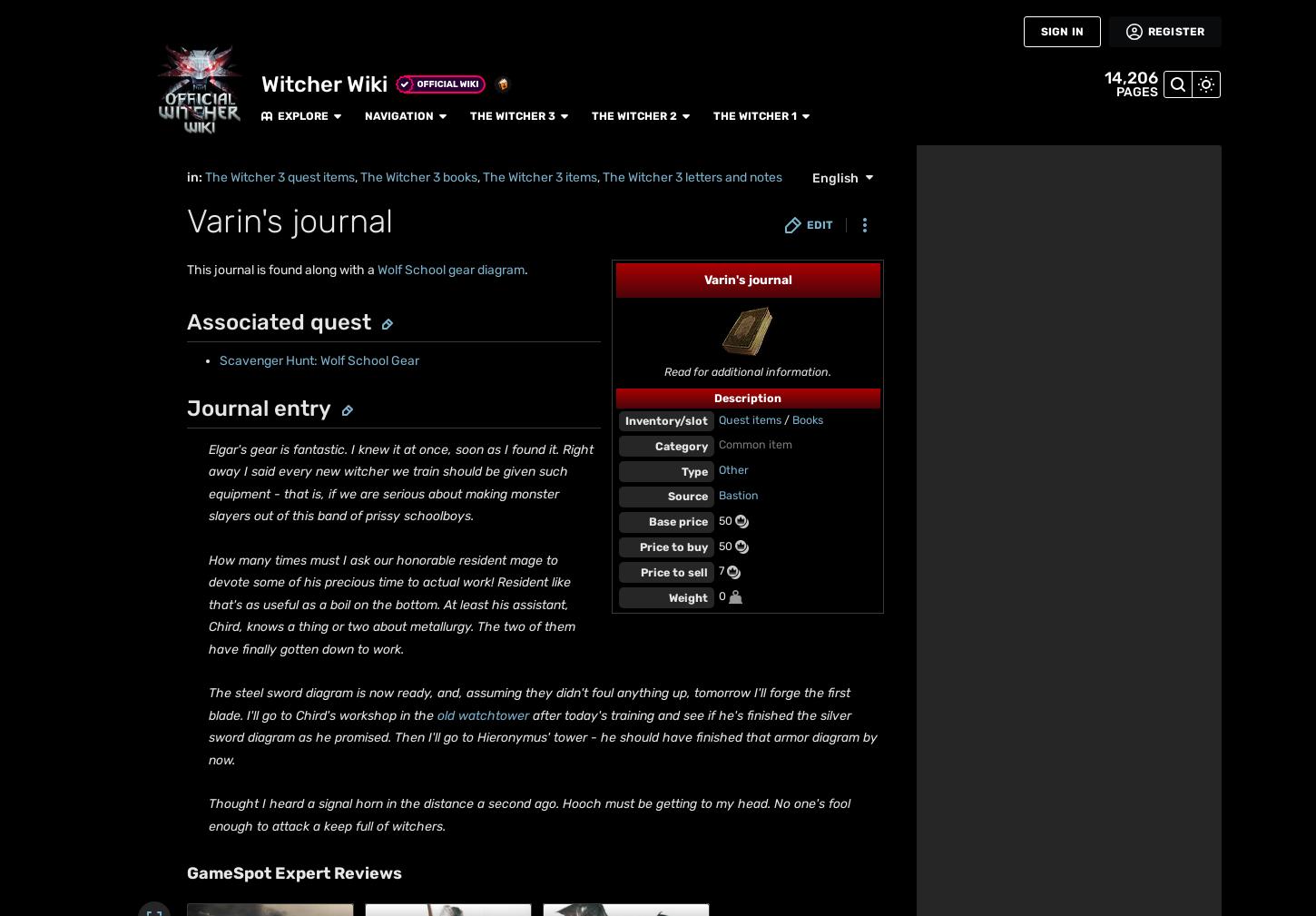 The height and width of the screenshot is (916, 1316). Describe the element at coordinates (29, 652) in the screenshot. I see `'Start a Wiki'` at that location.